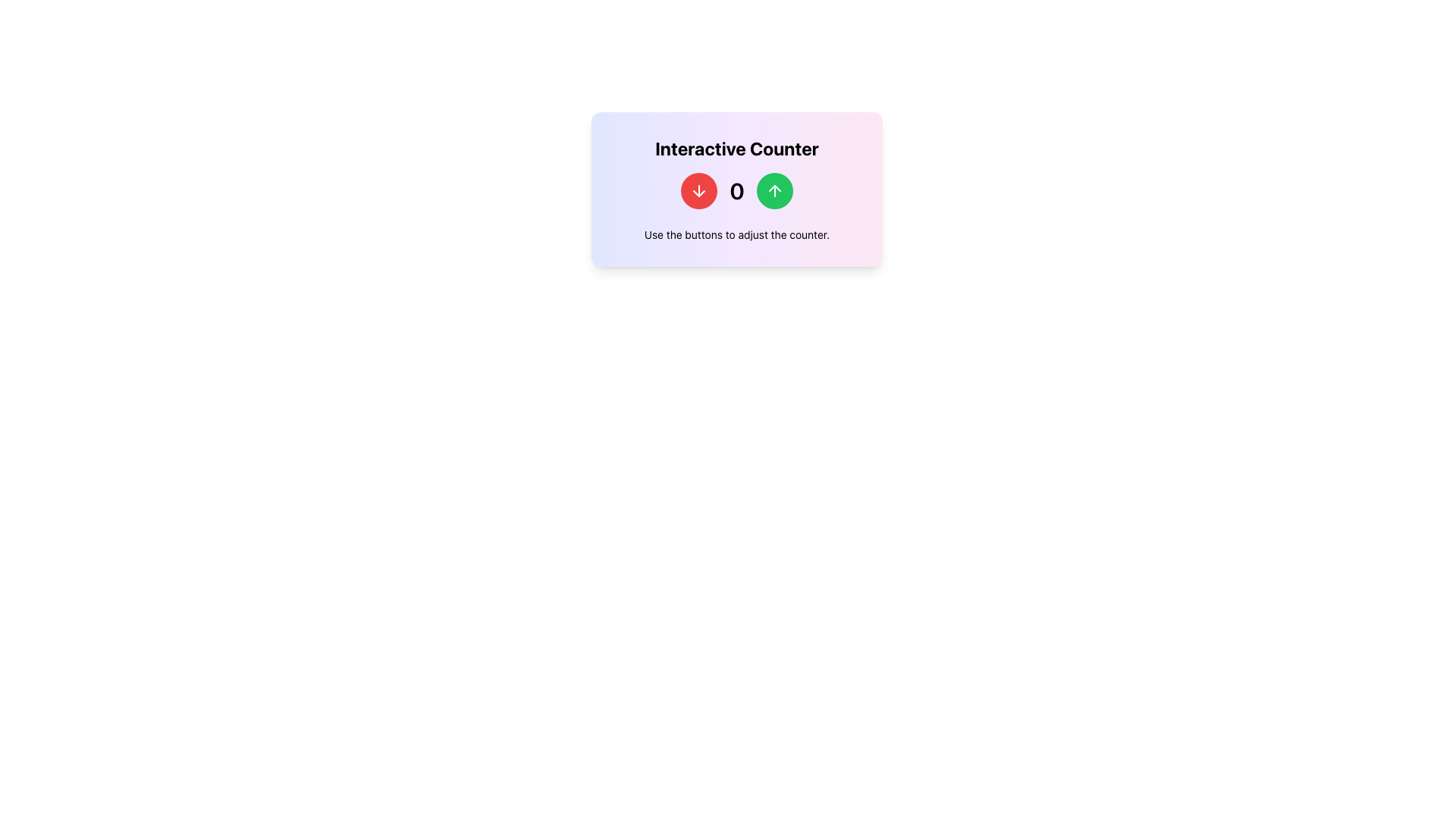  I want to click on the static text label that reads 'Use the buttons to adjust the counter.', which is positioned at the bottom of a card layout, so click(736, 234).